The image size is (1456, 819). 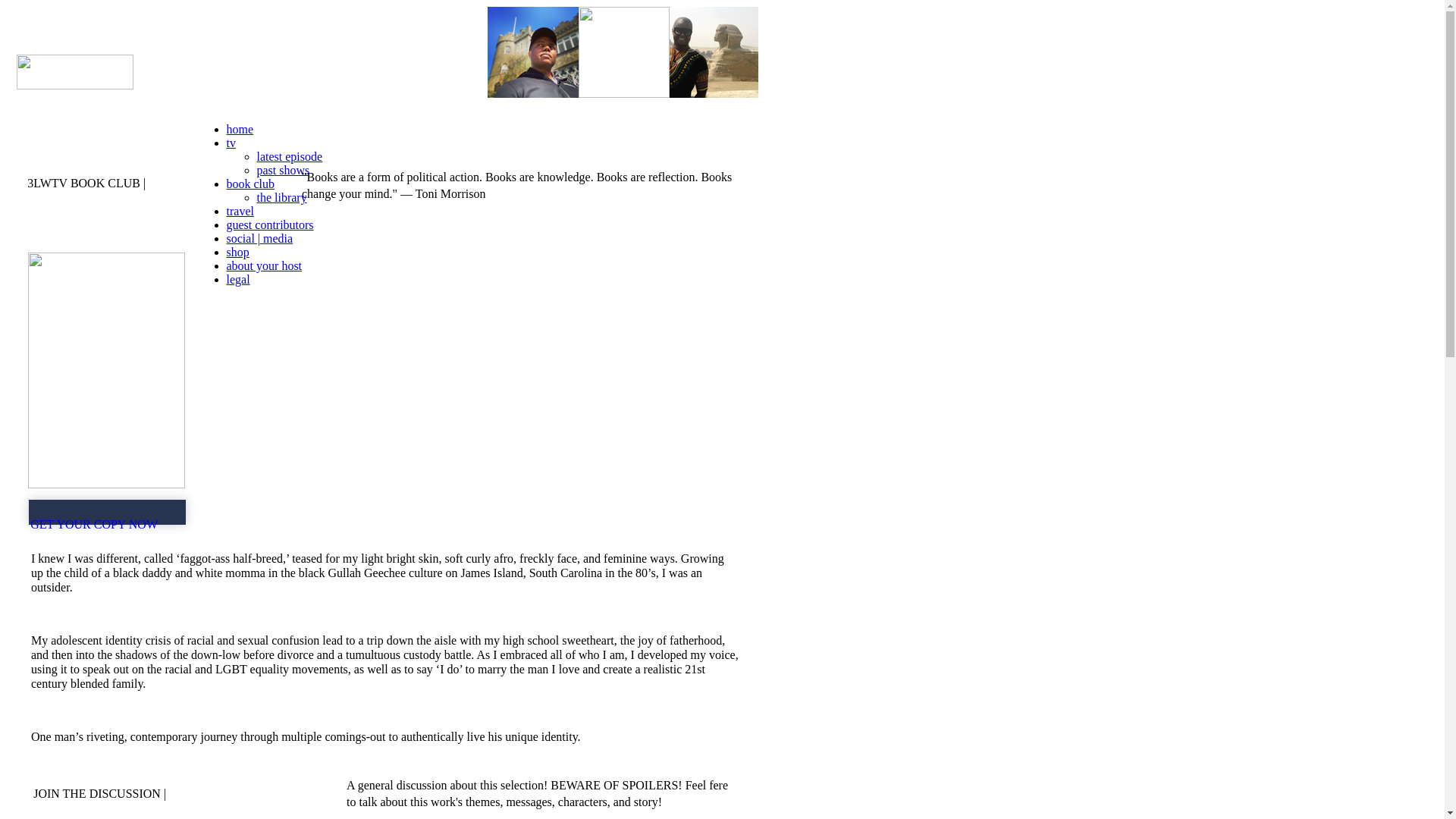 I want to click on 'home', so click(x=239, y=128).